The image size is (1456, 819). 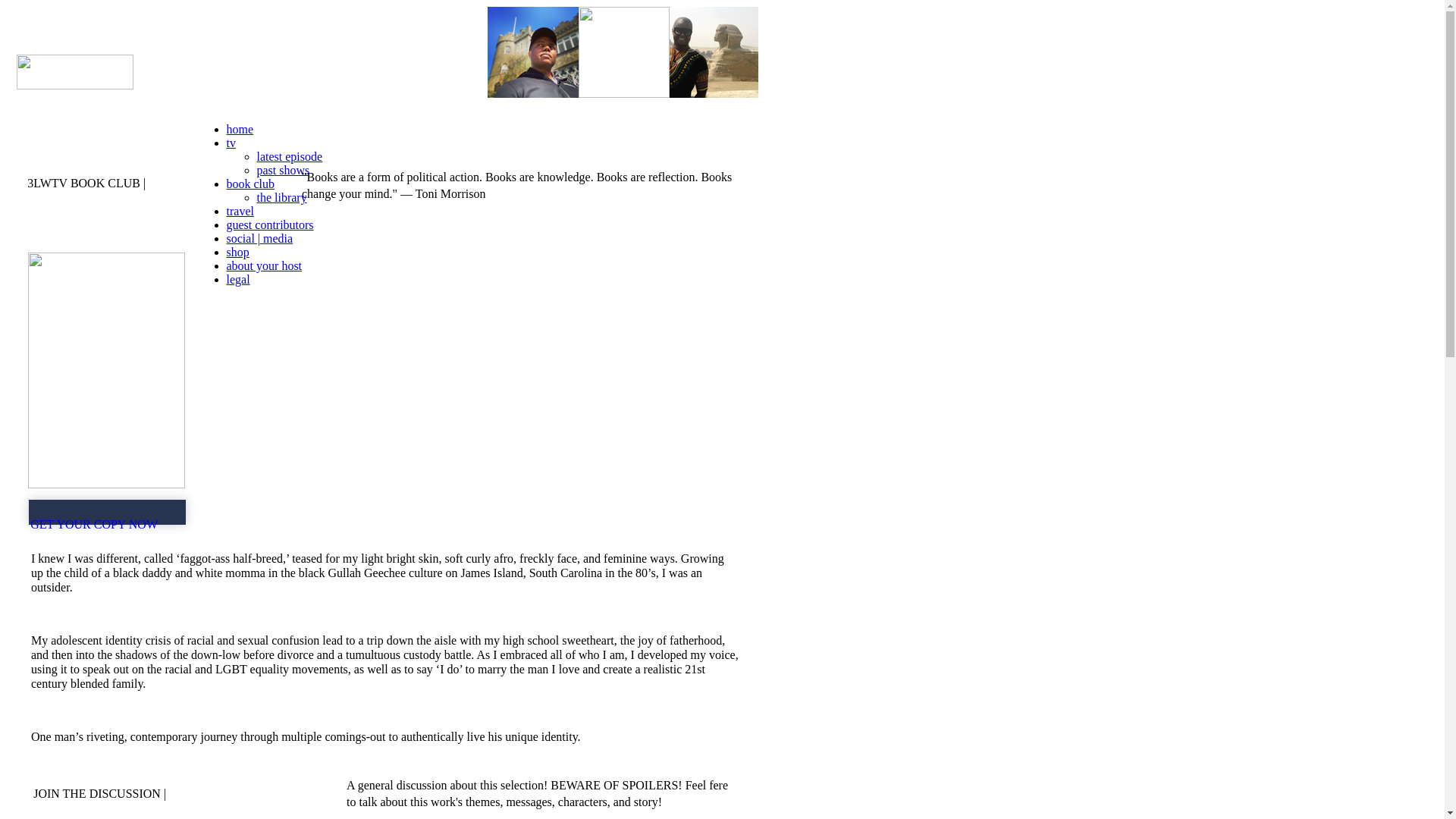 I want to click on 'home', so click(x=239, y=128).